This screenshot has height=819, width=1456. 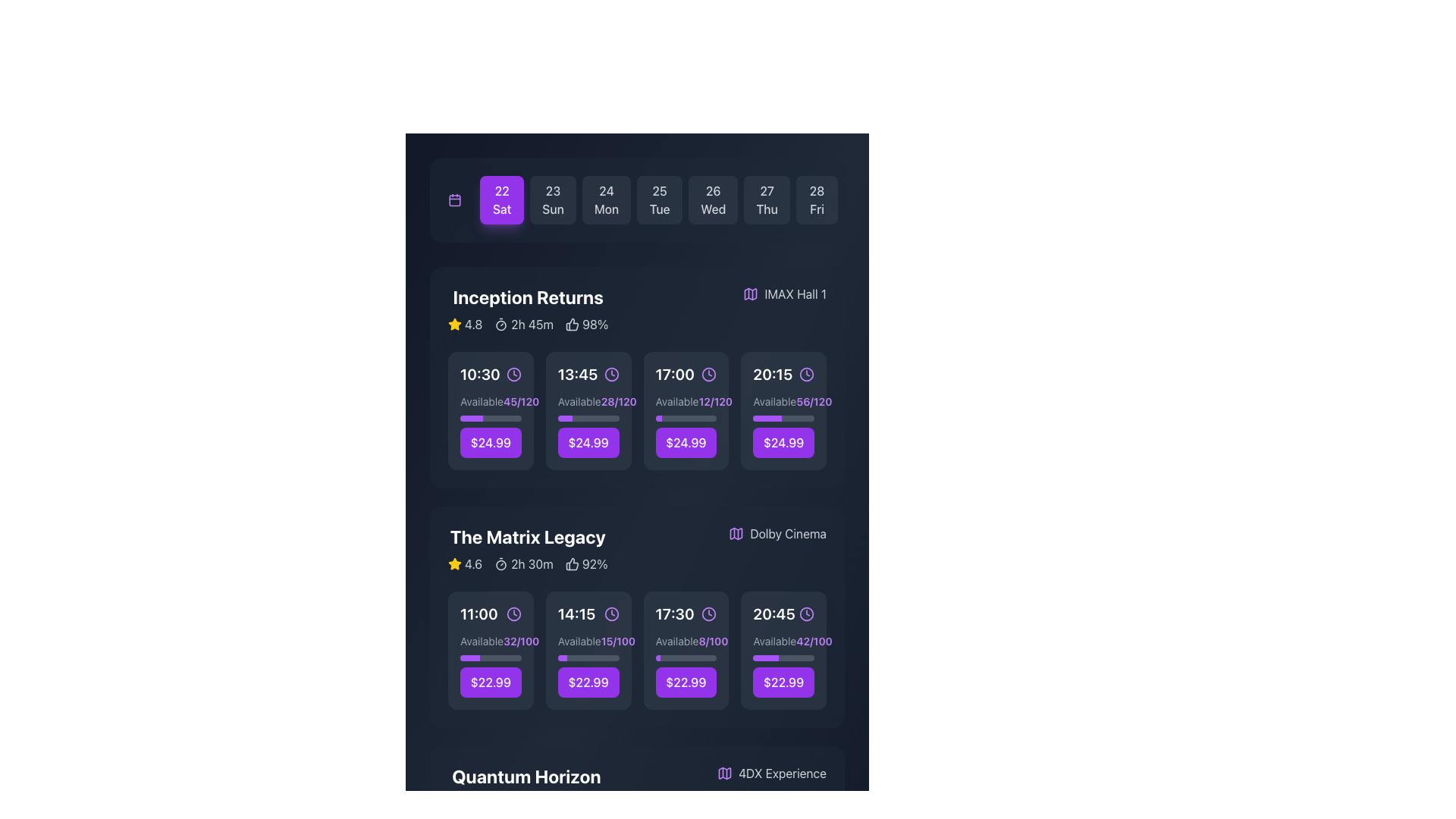 What do you see at coordinates (676, 400) in the screenshot?
I see `text label element that displays 'Available' in a gray font color, located in the dark-themed interface within the 17:00 time slot of the 'Inception Returns' section` at bounding box center [676, 400].